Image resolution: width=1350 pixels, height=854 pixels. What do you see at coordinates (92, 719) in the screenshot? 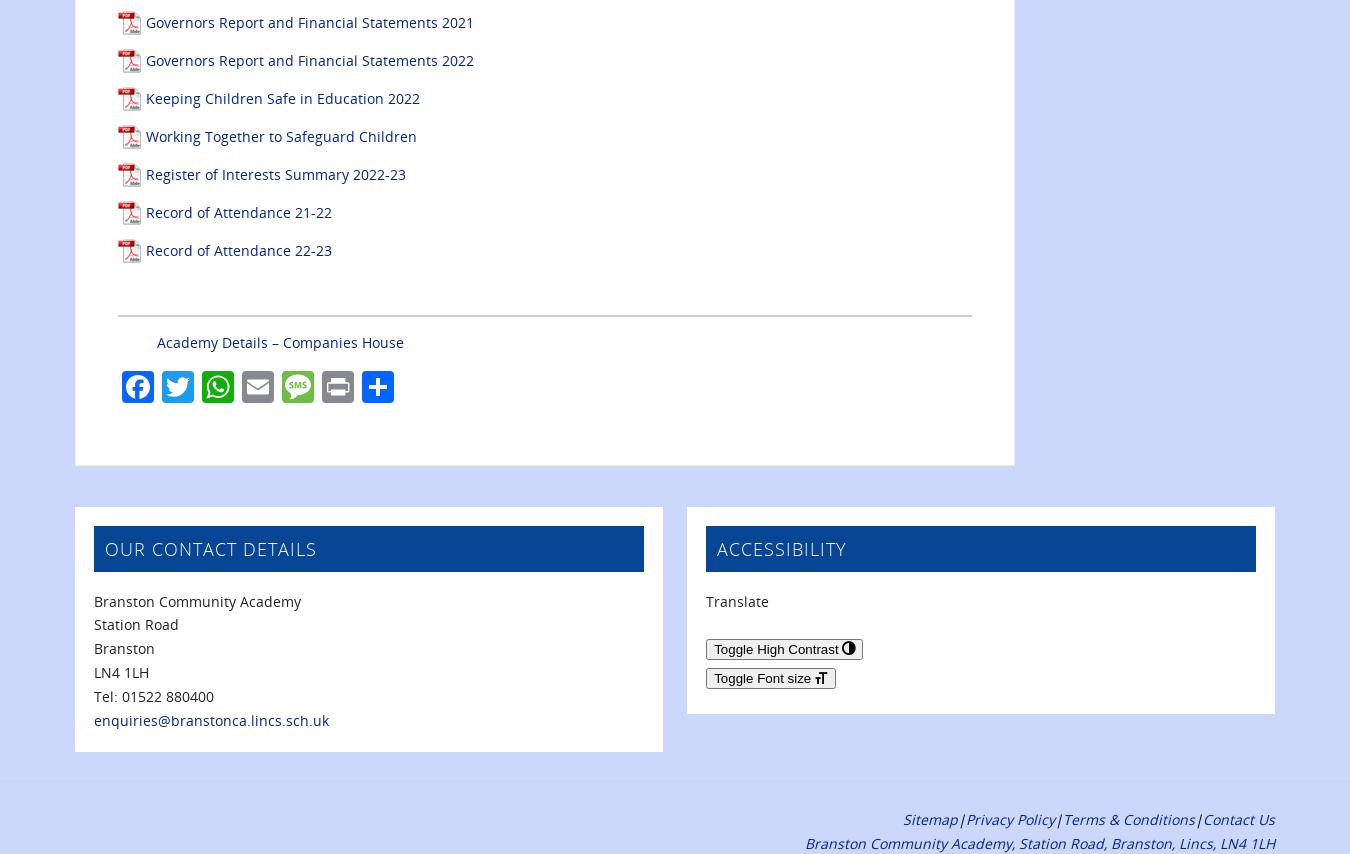
I see `'enquiries@branstonca.lincs.sch.uk'` at bounding box center [92, 719].